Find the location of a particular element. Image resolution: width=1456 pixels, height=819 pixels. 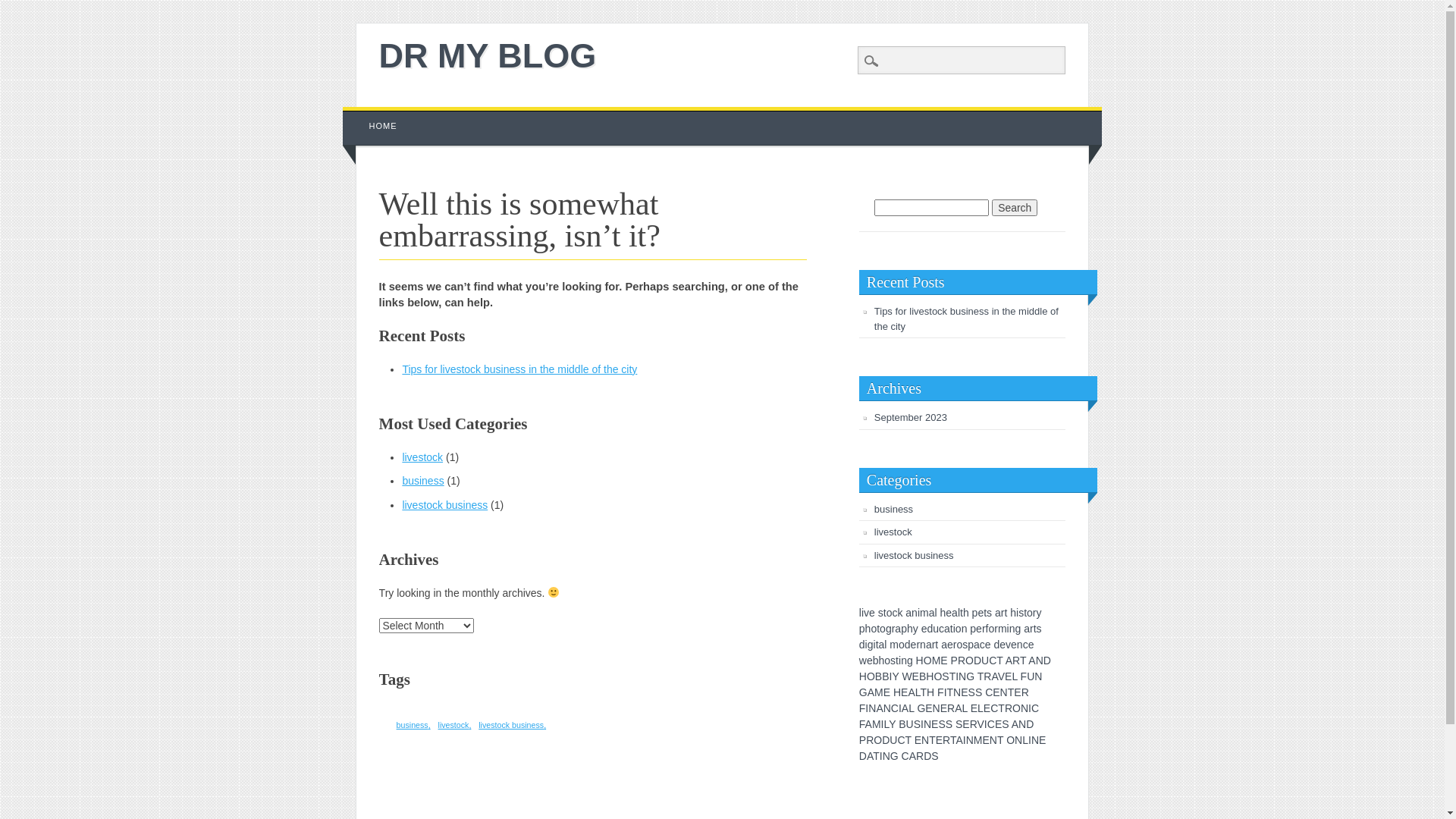

'September 2023' is located at coordinates (910, 417).